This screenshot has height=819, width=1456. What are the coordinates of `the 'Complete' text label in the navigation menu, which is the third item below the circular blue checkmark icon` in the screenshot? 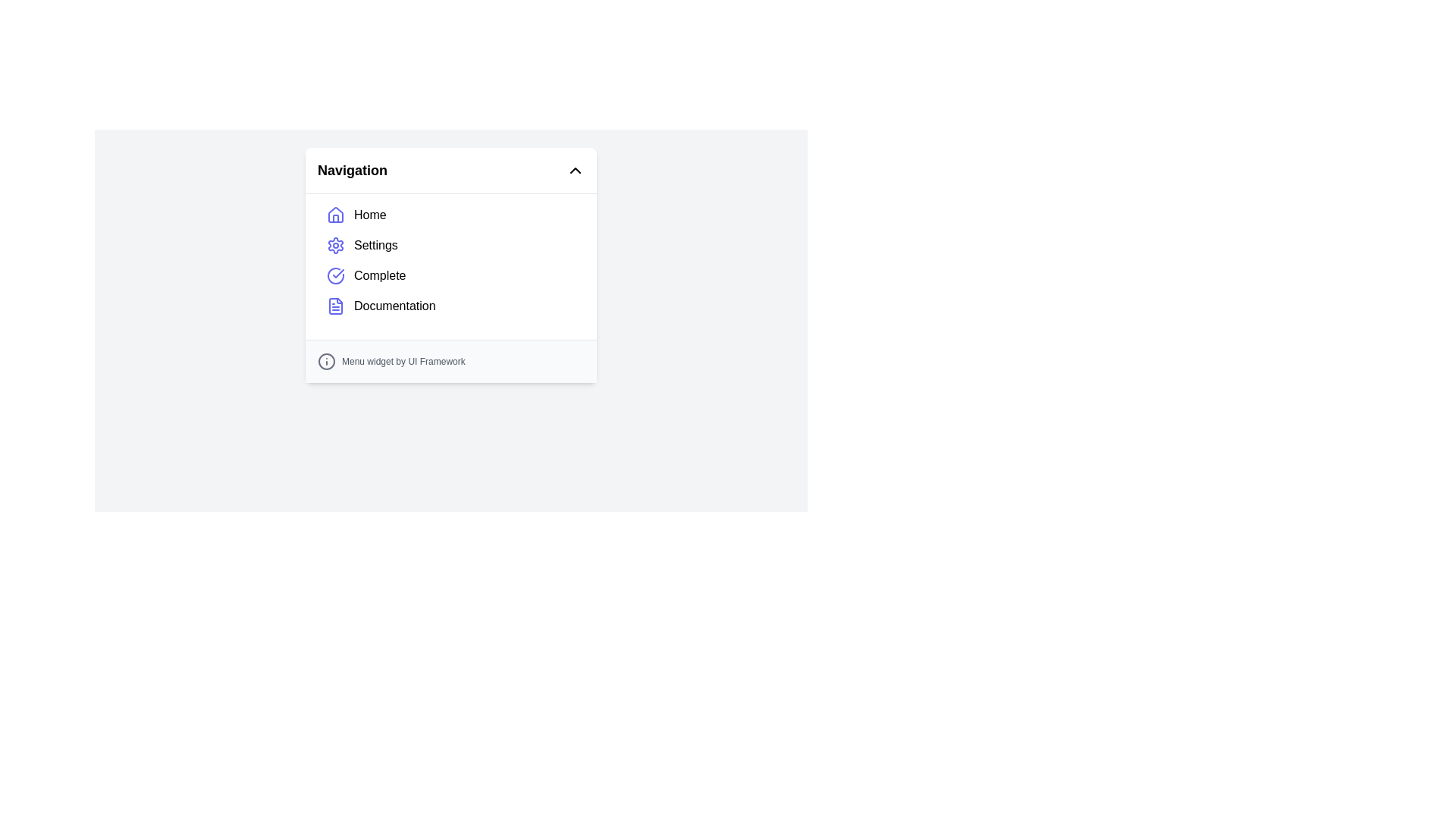 It's located at (380, 275).